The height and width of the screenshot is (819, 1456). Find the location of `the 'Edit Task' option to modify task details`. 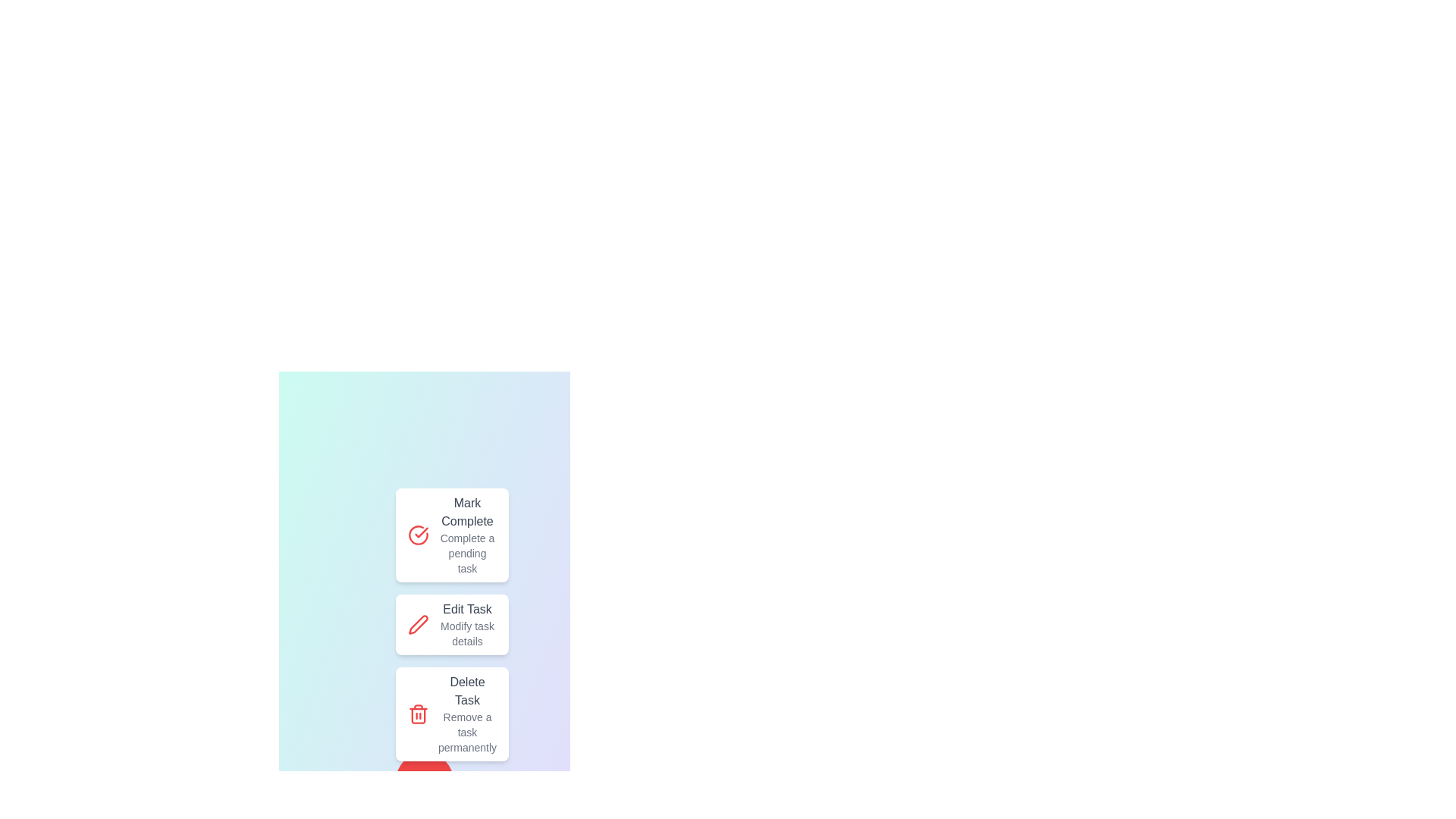

the 'Edit Task' option to modify task details is located at coordinates (450, 625).